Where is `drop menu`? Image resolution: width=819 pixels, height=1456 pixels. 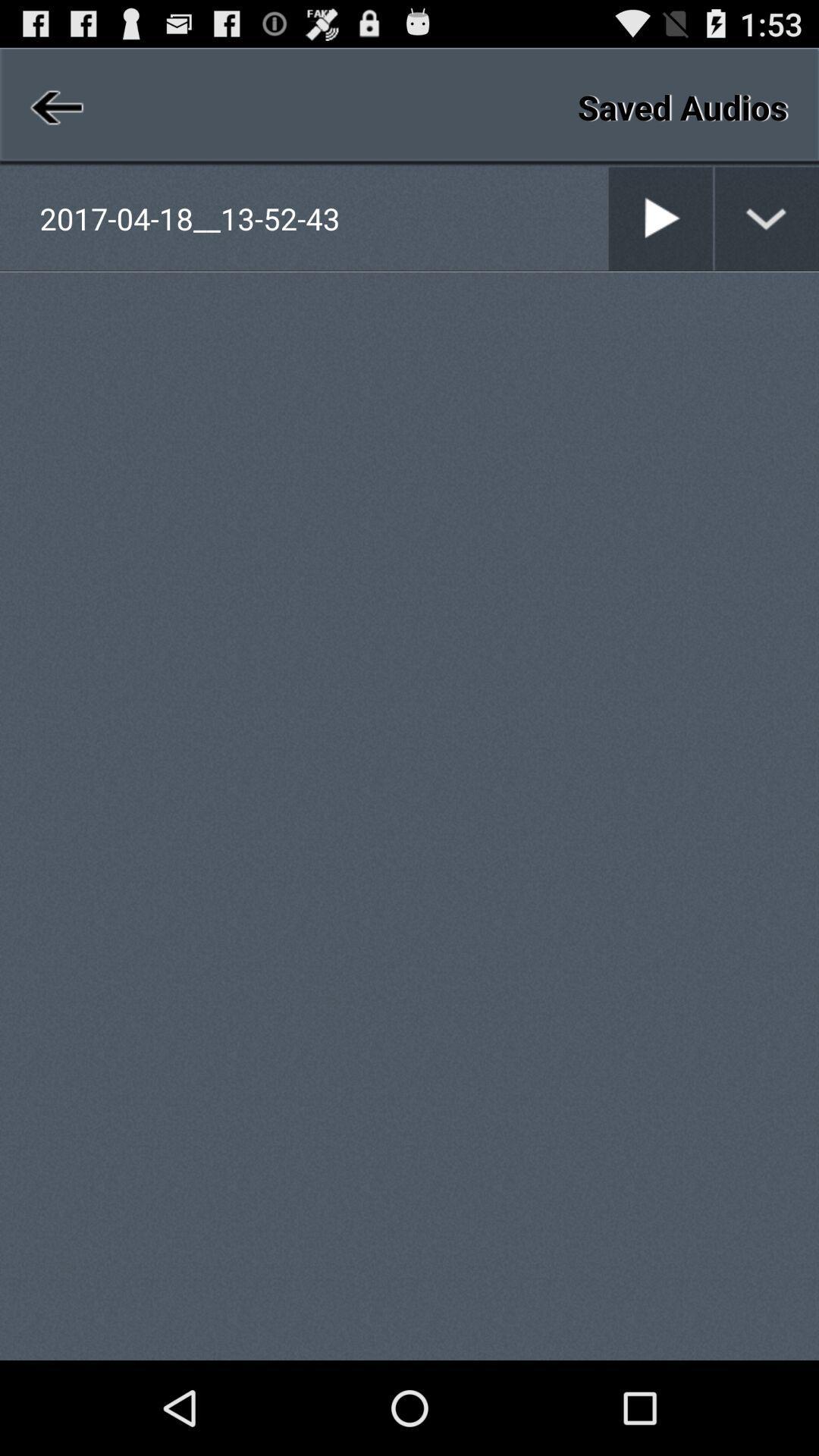
drop menu is located at coordinates (767, 218).